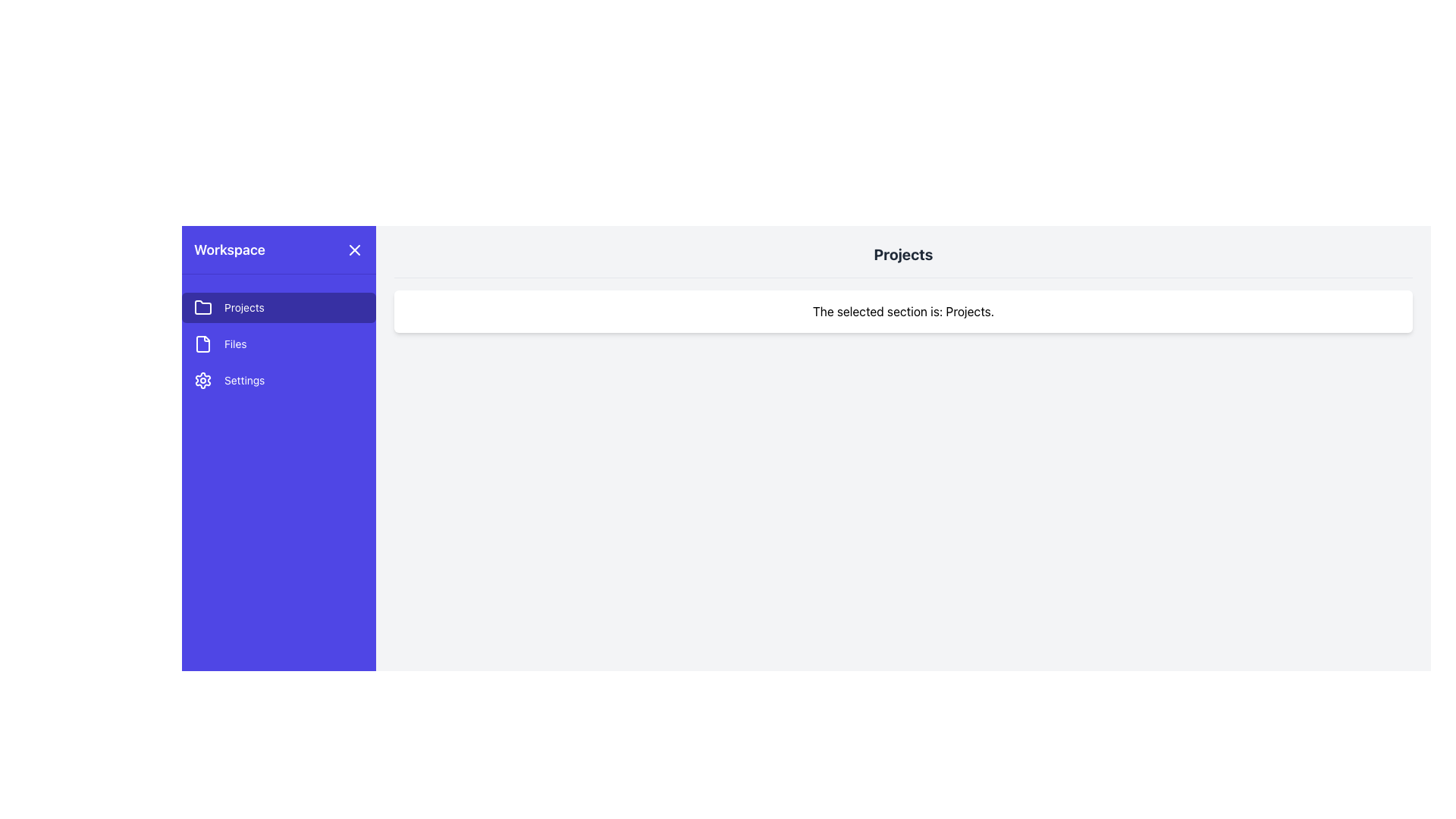 This screenshot has height=819, width=1456. I want to click on the 'Files' label in the sidebar menu, which indicates the functionality related to file navigation or details, so click(234, 344).